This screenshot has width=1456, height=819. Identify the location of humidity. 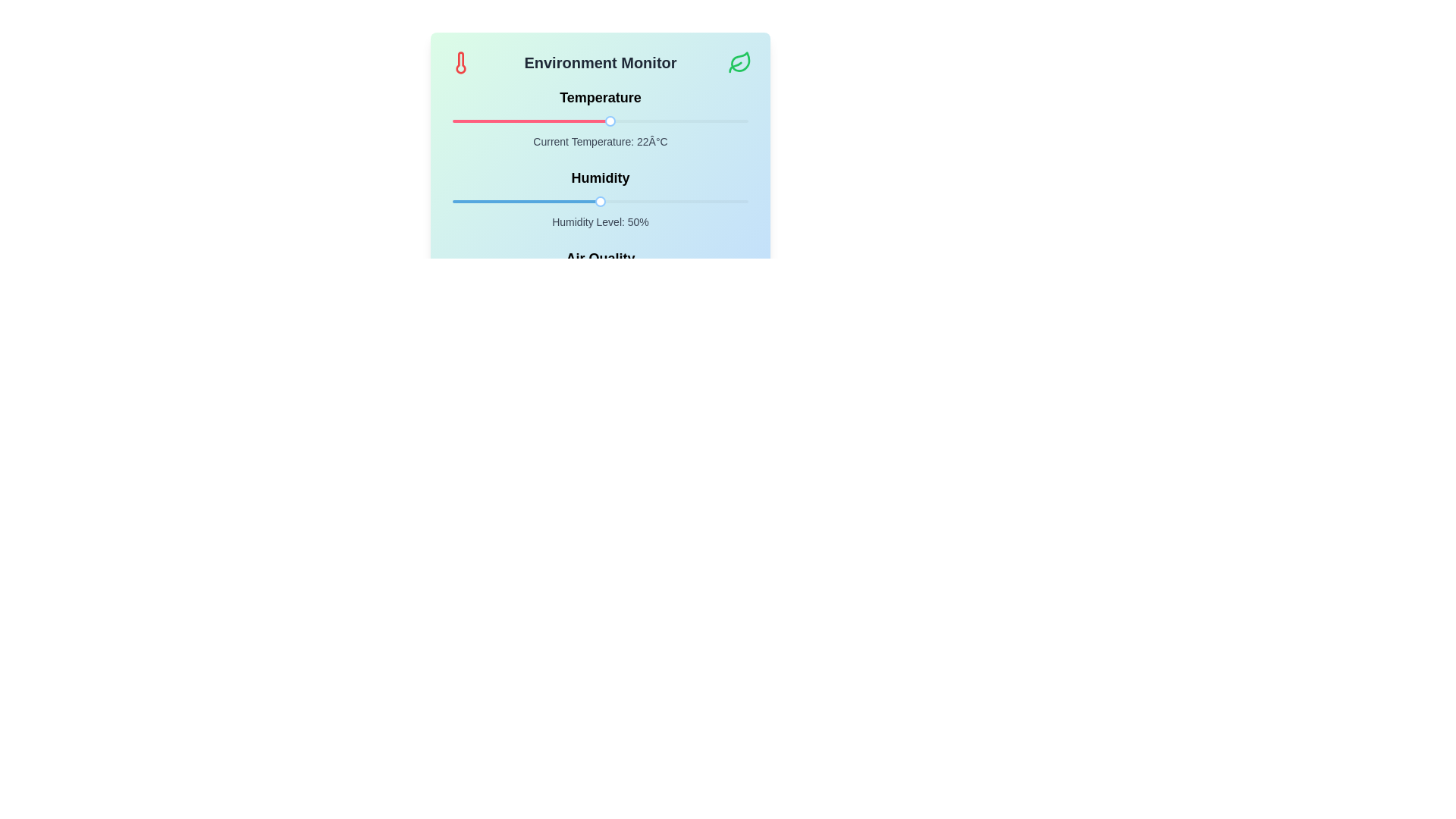
(654, 201).